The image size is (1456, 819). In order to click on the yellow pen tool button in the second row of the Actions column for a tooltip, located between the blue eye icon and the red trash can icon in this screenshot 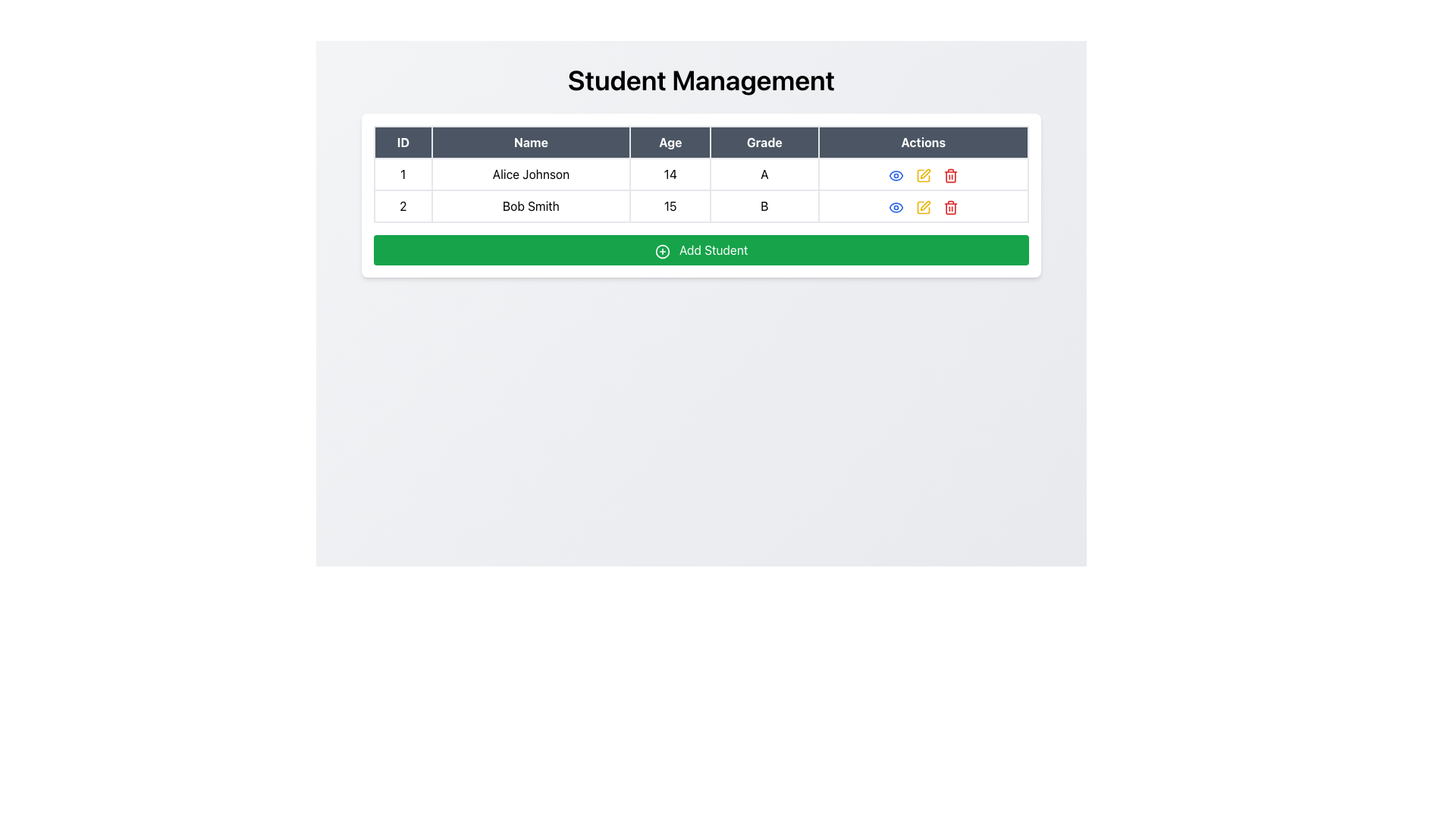, I will do `click(922, 206)`.